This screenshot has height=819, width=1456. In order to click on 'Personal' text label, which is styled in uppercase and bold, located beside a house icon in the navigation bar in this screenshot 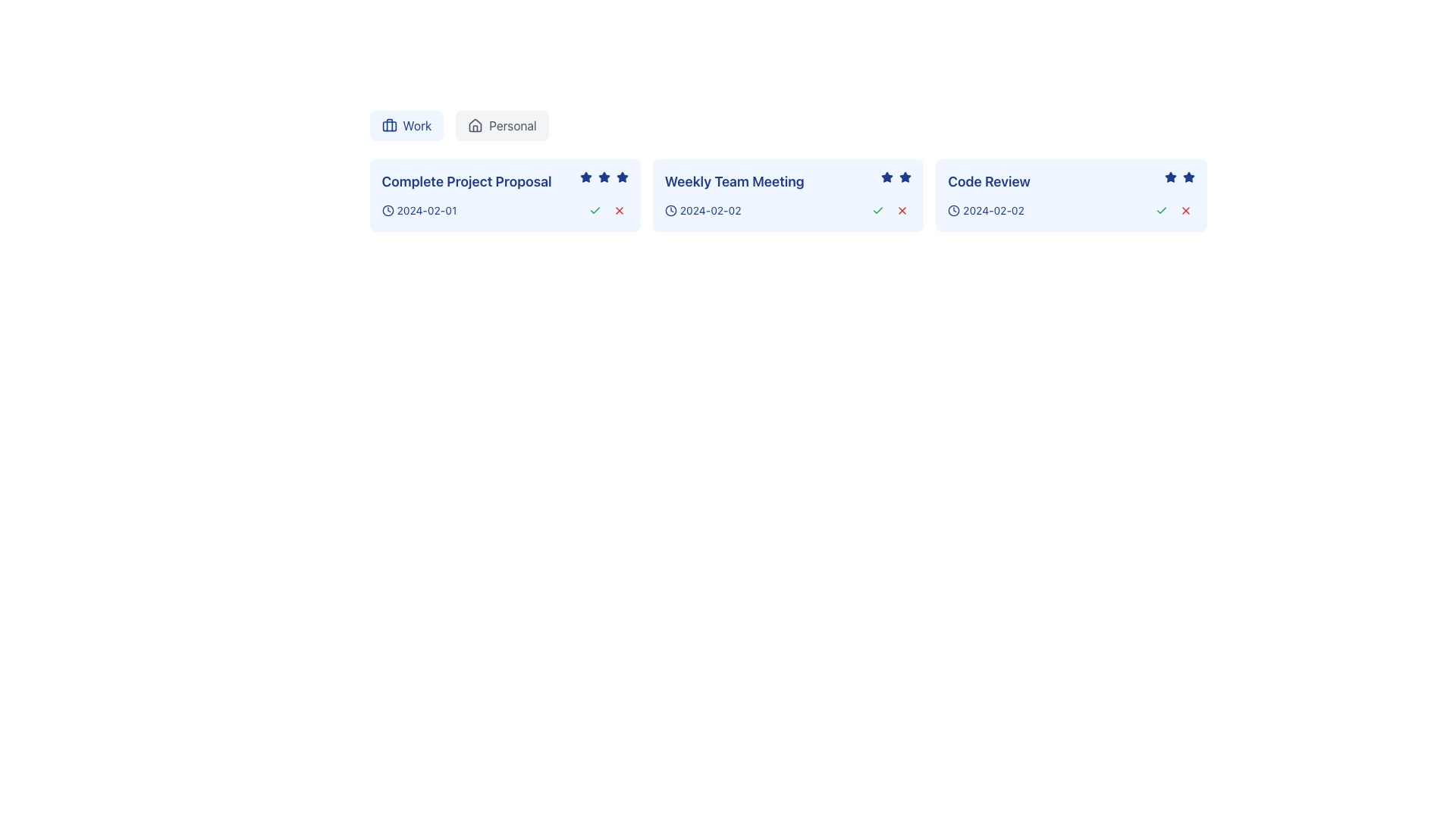, I will do `click(513, 124)`.